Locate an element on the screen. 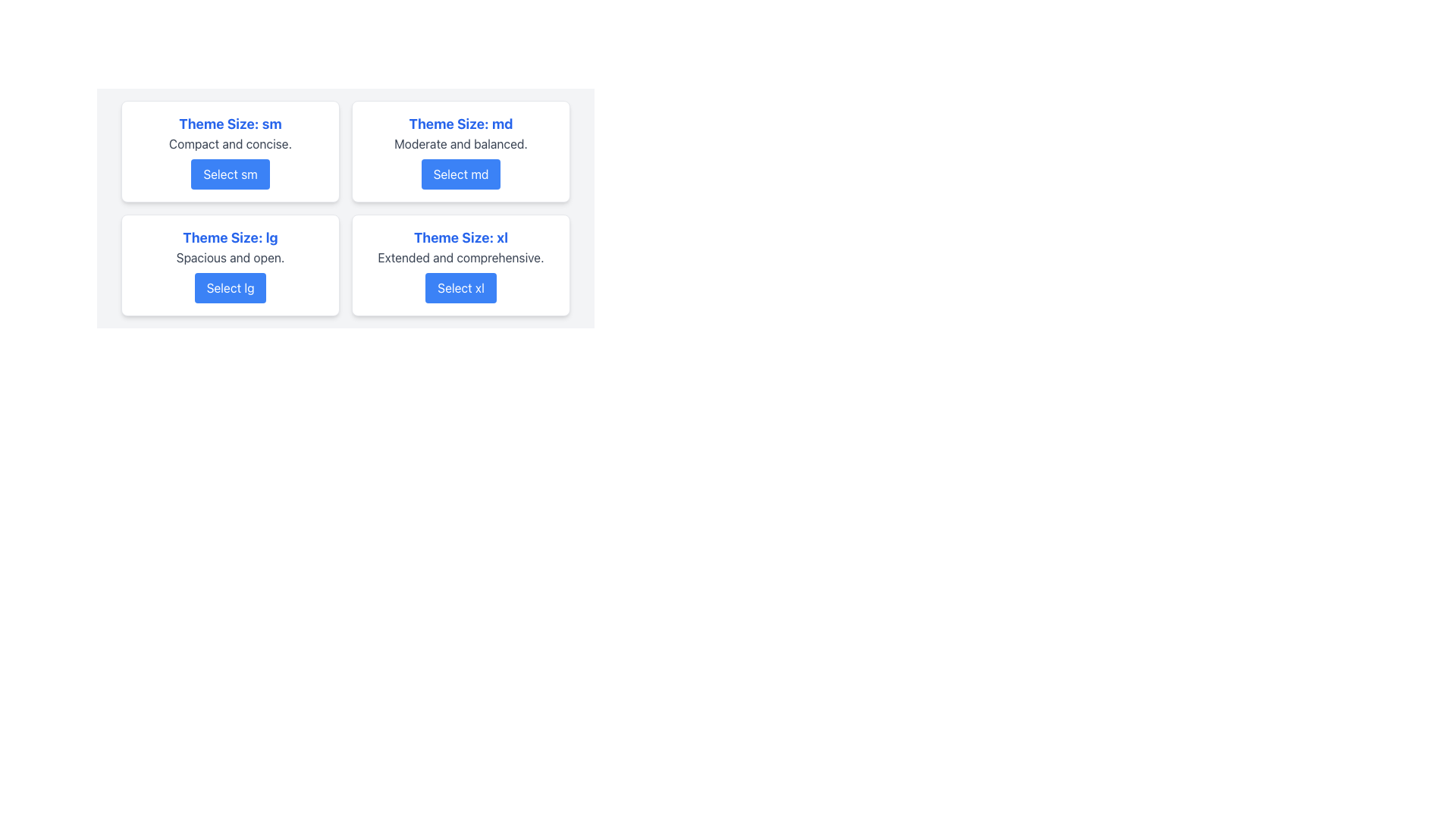 The width and height of the screenshot is (1456, 819). the static text label containing the text 'Extended and comprehensive.' which is styled in gray and positioned beneath a bold blue title within the 'Theme Size: xl' card is located at coordinates (460, 256).